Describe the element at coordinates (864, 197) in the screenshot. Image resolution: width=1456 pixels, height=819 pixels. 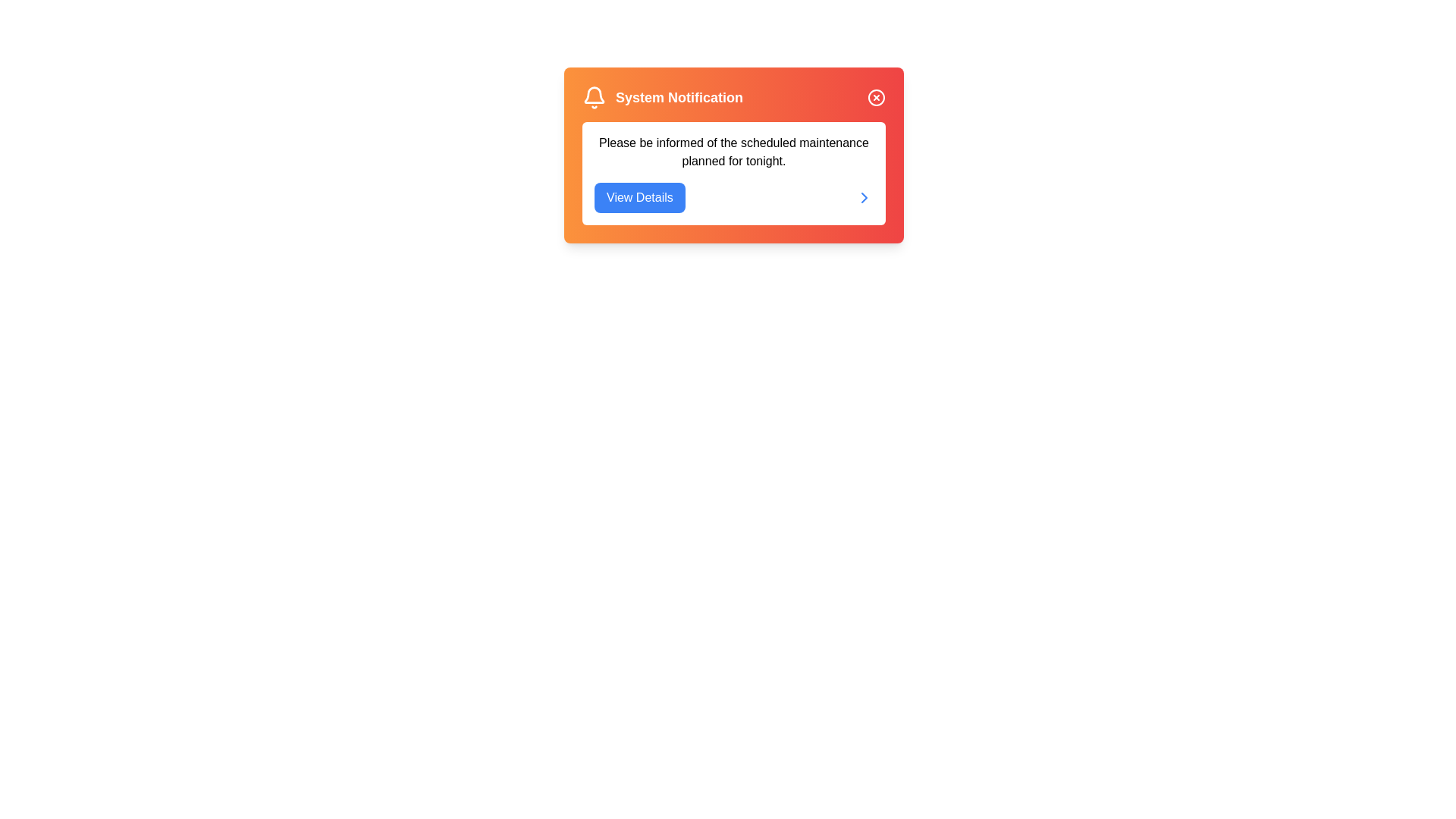
I see `the chevron icon to the right of the details button` at that location.